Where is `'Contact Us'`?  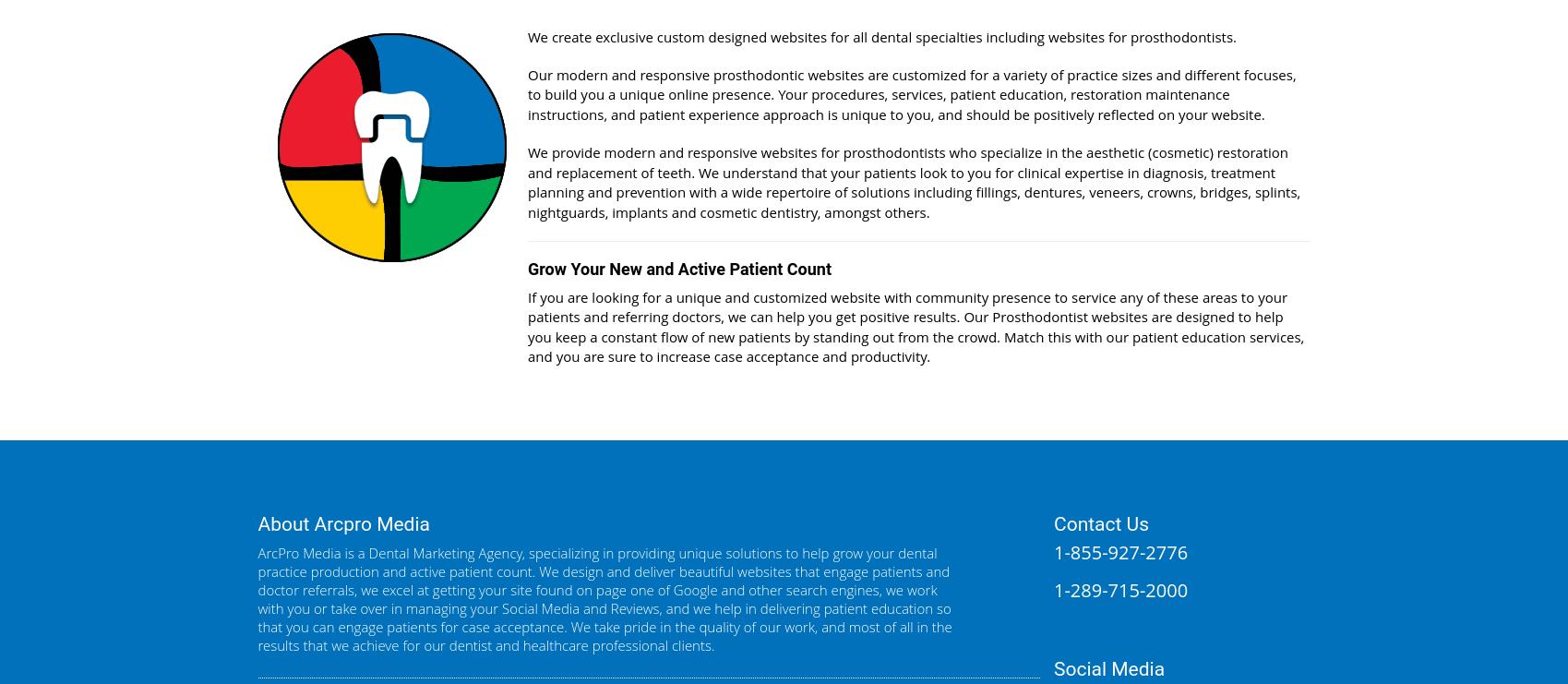
'Contact Us' is located at coordinates (1101, 523).